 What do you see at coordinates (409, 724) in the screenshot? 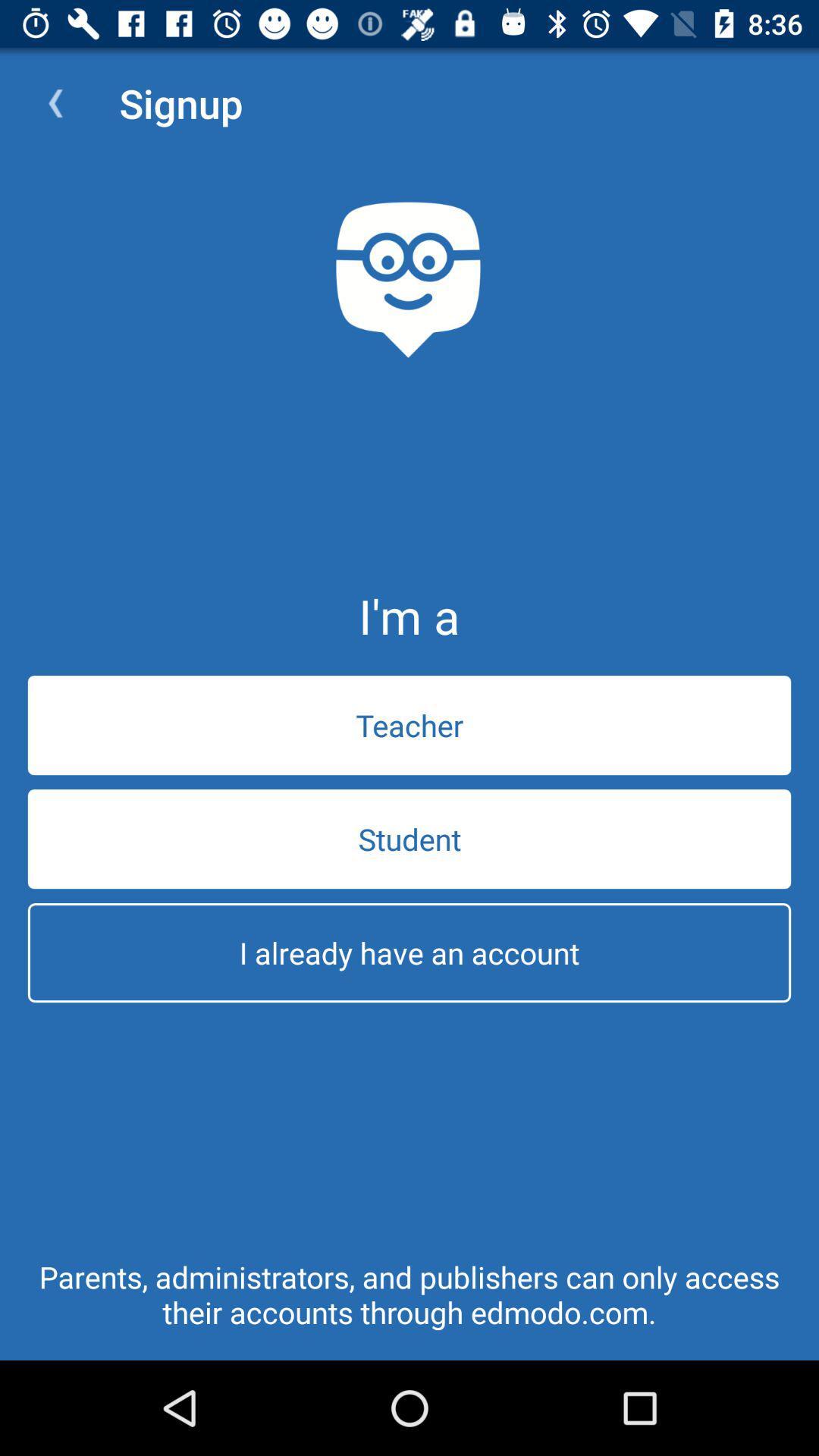
I see `the teacher icon` at bounding box center [409, 724].